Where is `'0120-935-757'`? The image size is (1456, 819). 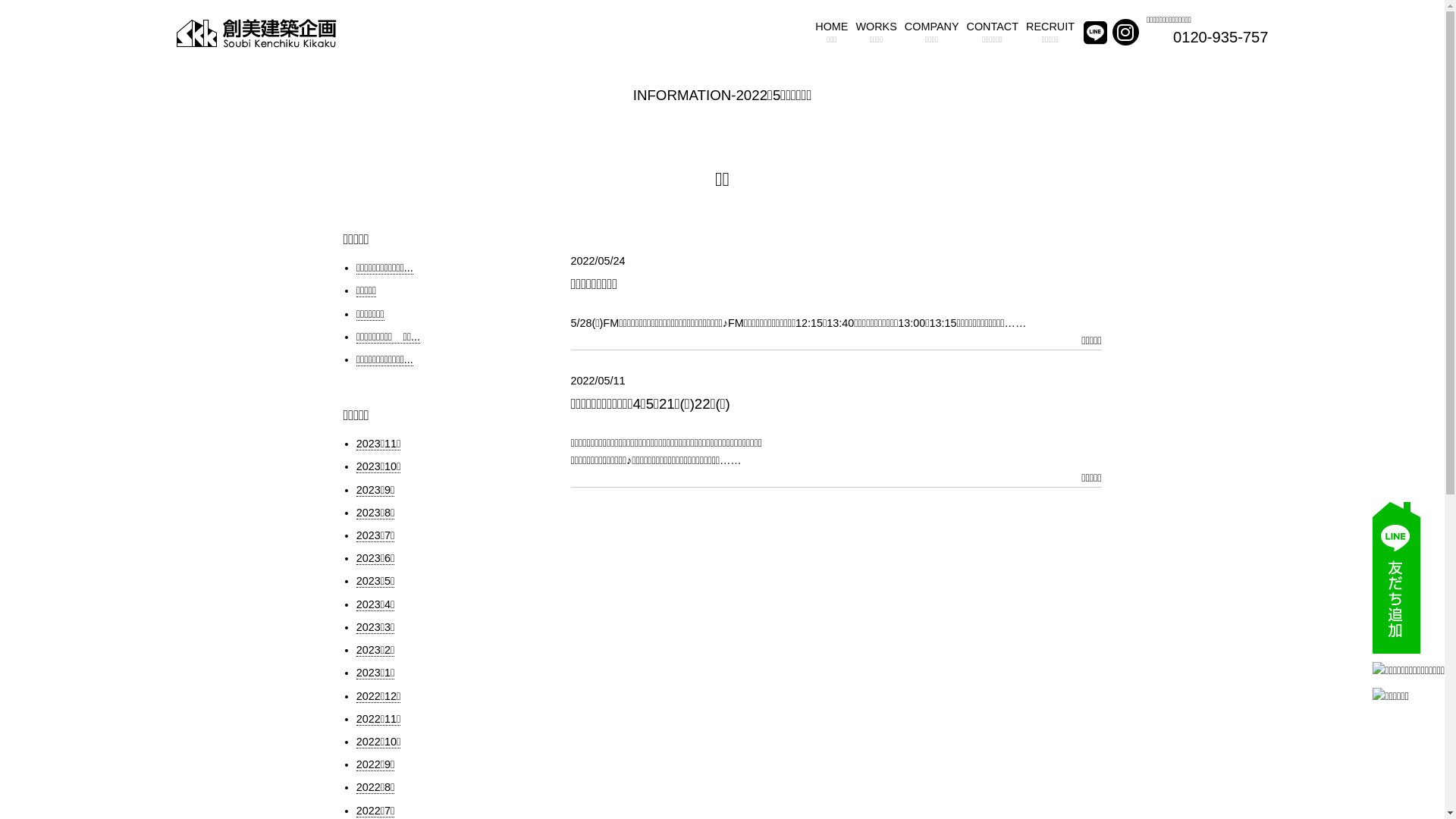
'0120-935-757' is located at coordinates (1172, 36).